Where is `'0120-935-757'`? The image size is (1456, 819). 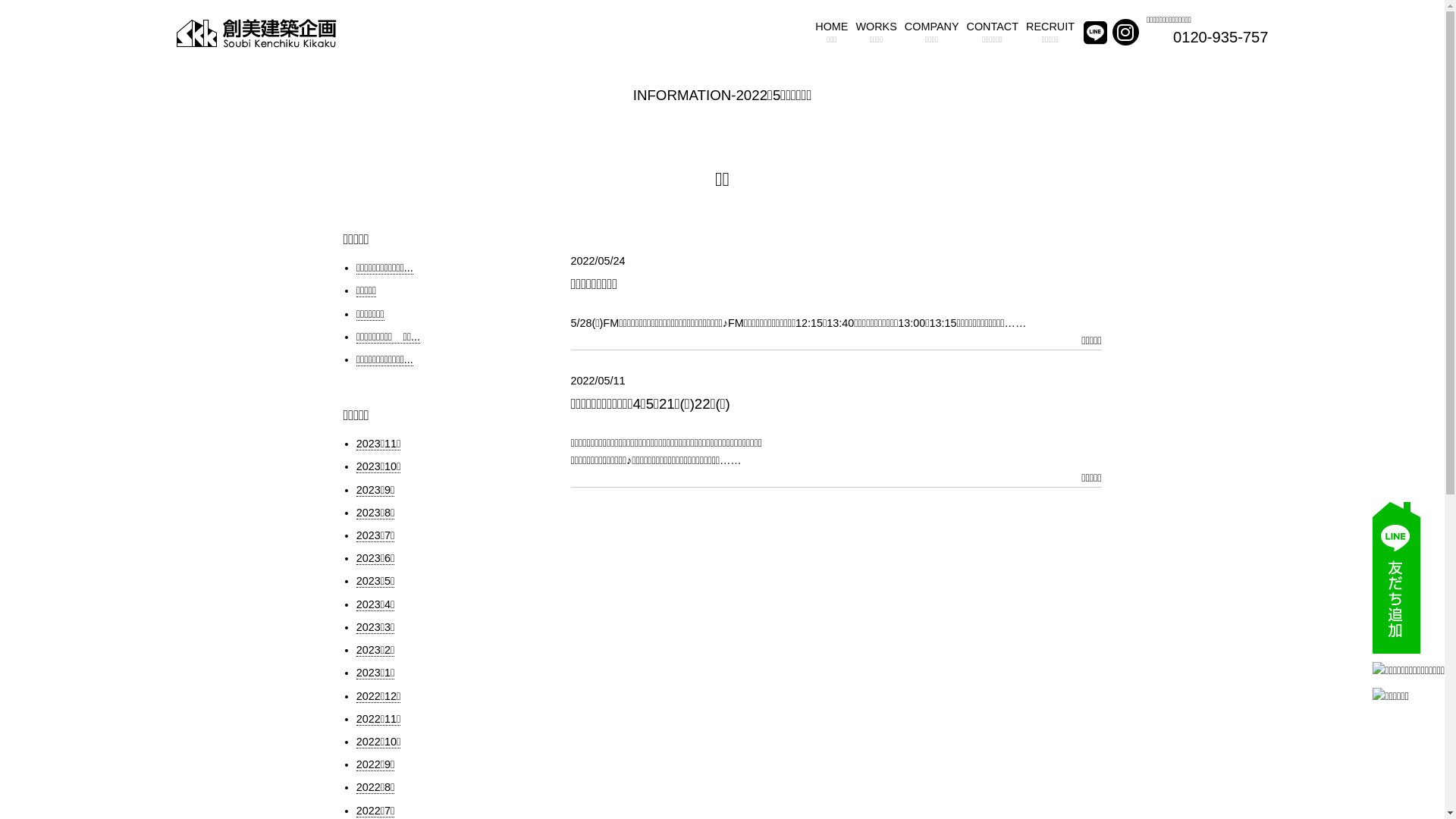
'0120-935-757' is located at coordinates (1172, 36).